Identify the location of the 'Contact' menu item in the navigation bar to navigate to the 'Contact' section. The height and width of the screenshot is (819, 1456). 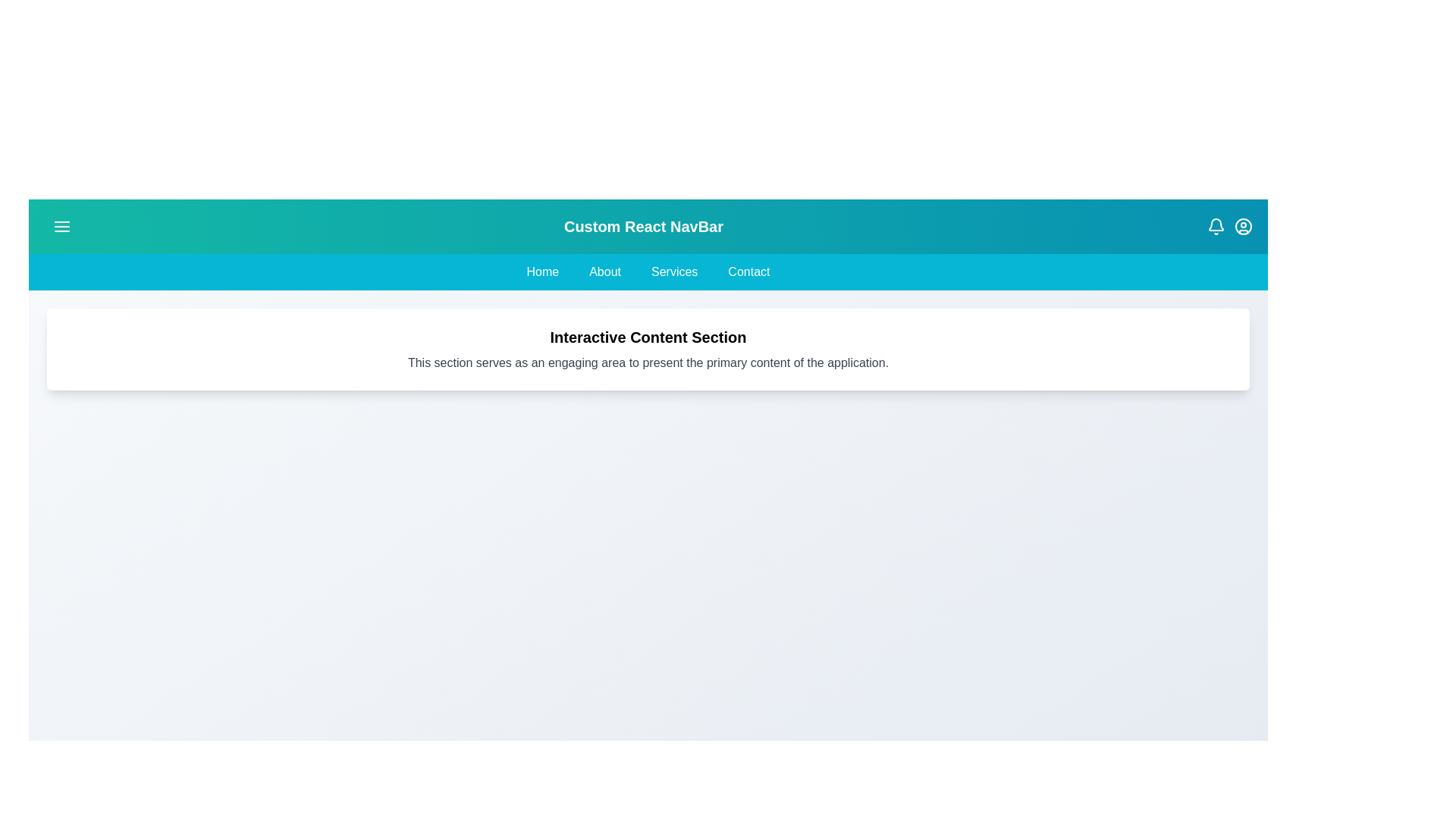
(748, 271).